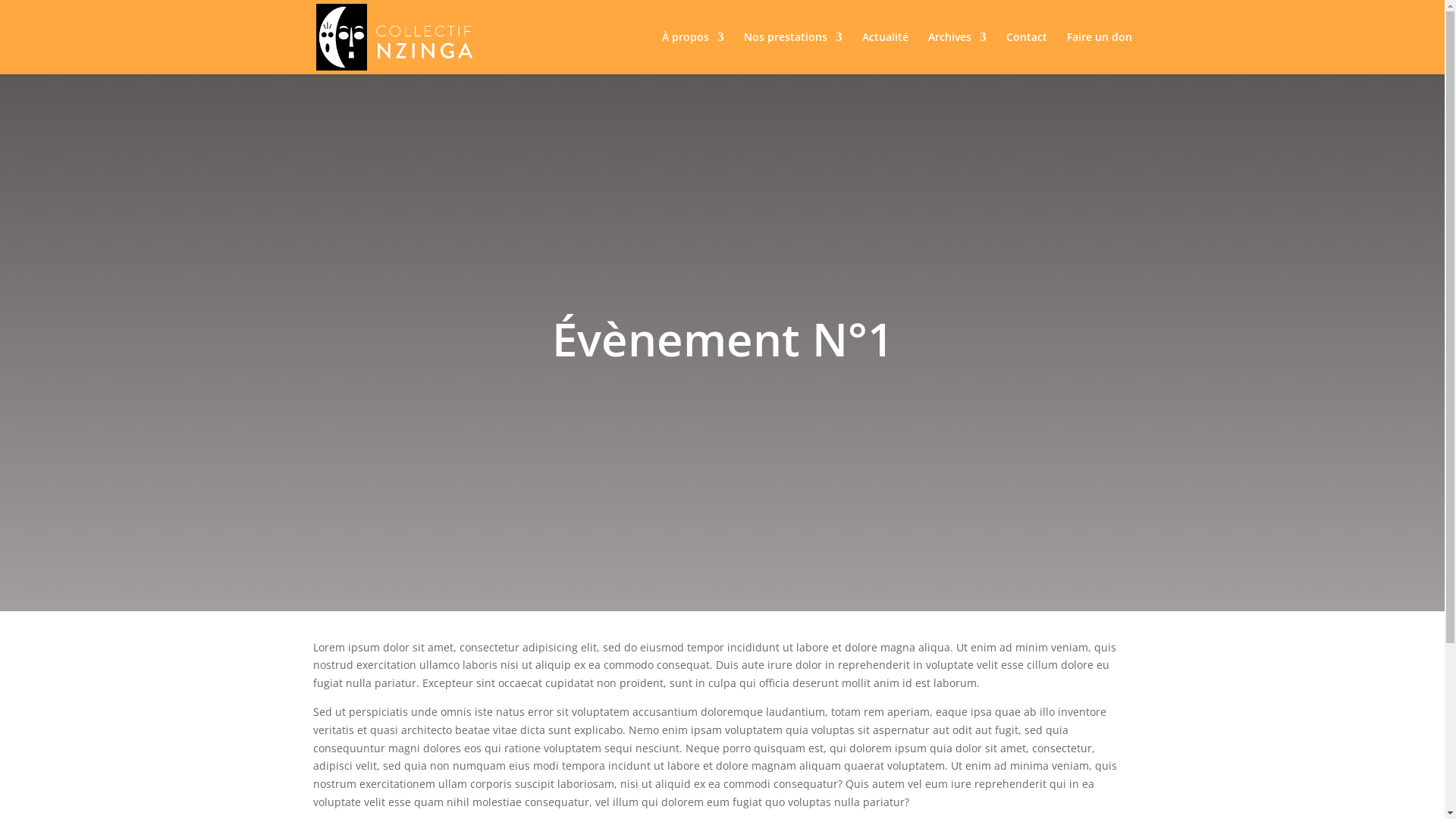 The image size is (1456, 819). Describe the element at coordinates (1099, 52) in the screenshot. I see `'Faire un don'` at that location.